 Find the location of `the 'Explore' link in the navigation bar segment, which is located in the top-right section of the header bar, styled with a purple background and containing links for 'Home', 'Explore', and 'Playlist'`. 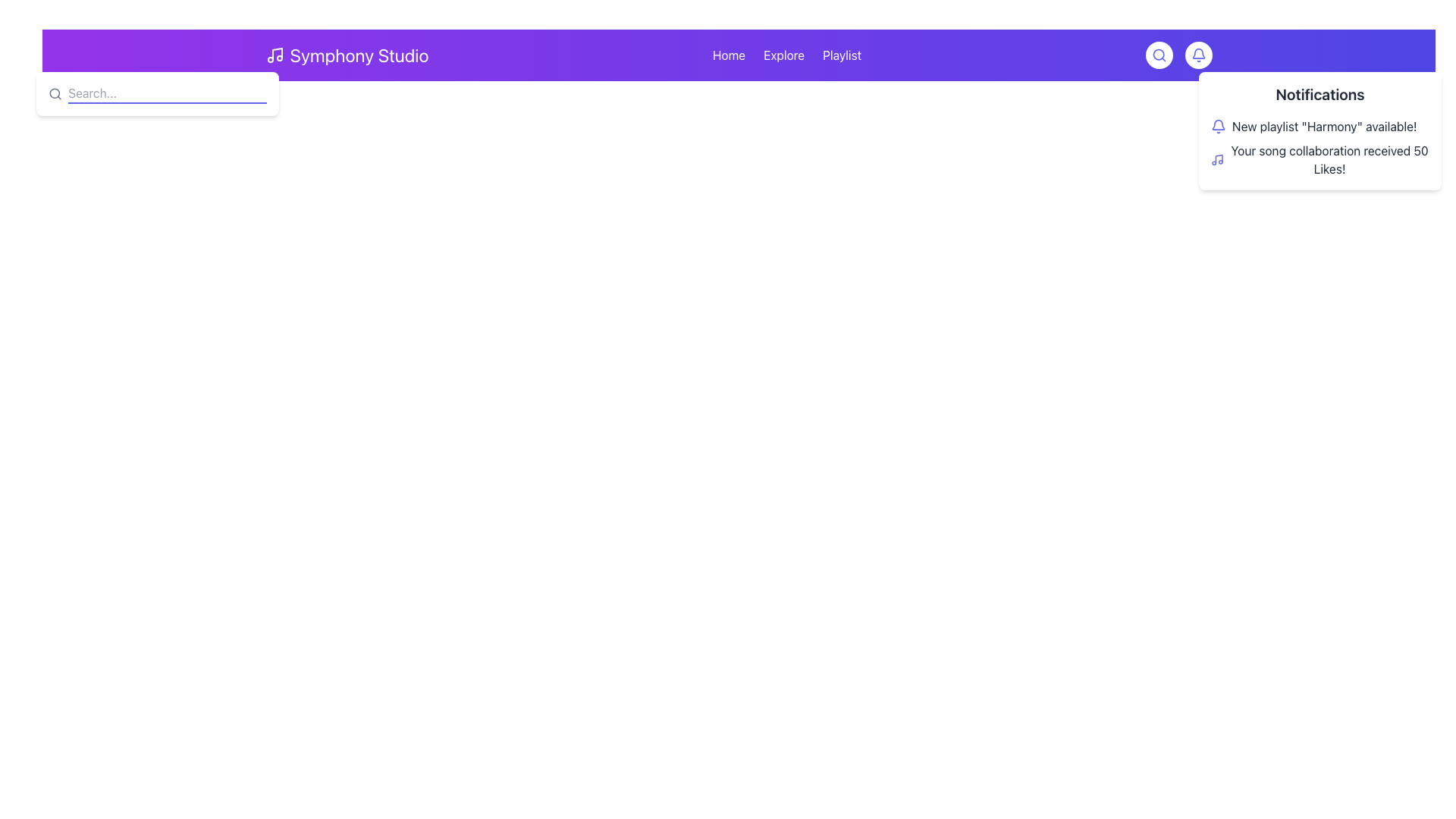

the 'Explore' link in the navigation bar segment, which is located in the top-right section of the header bar, styled with a purple background and containing links for 'Home', 'Explore', and 'Playlist' is located at coordinates (786, 55).